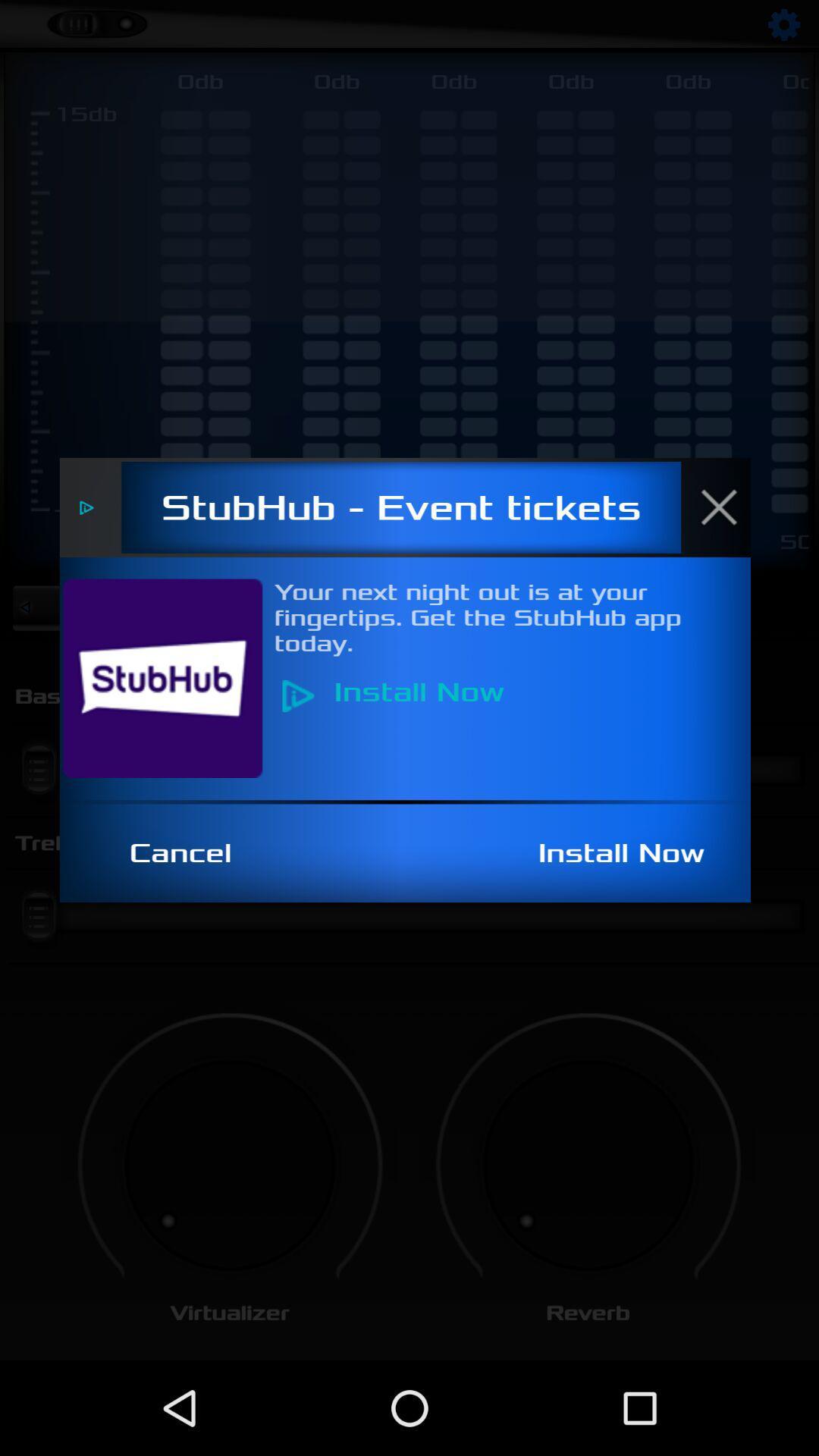 This screenshot has height=1456, width=819. What do you see at coordinates (726, 507) in the screenshot?
I see `the item next to the stubhub - event tickets` at bounding box center [726, 507].